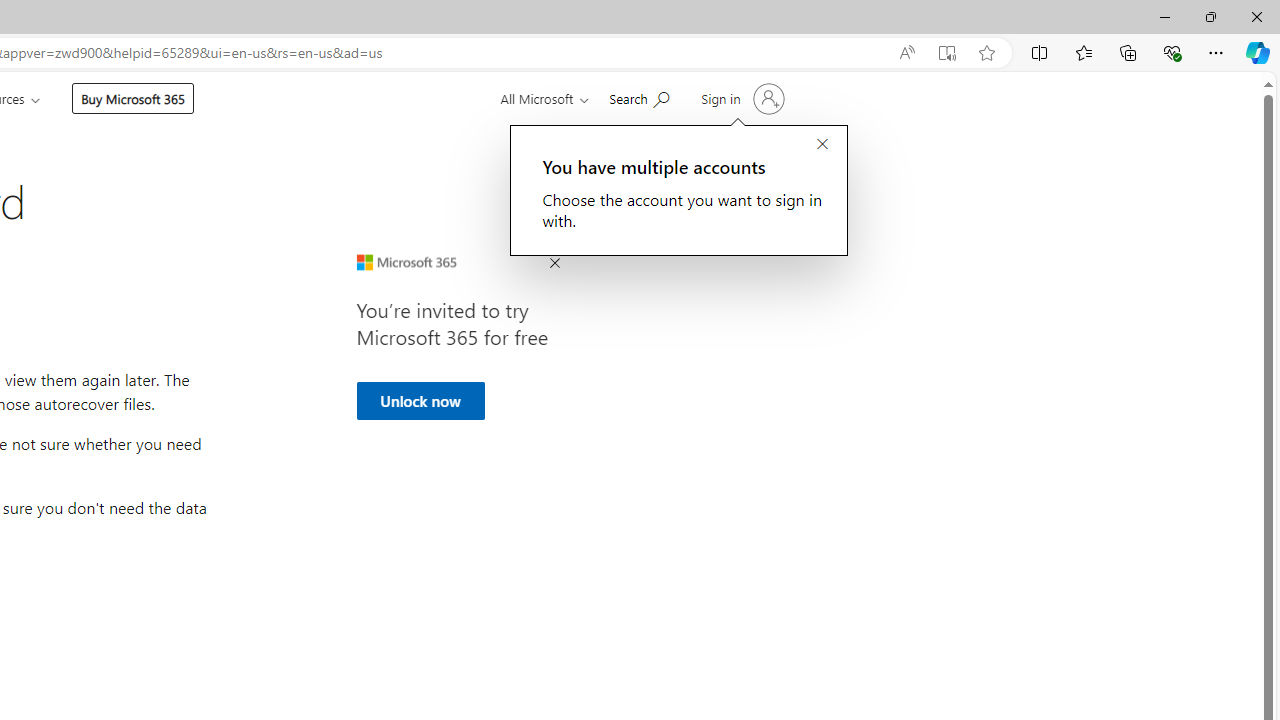  I want to click on 'Read aloud this page (Ctrl+Shift+U)', so click(905, 52).